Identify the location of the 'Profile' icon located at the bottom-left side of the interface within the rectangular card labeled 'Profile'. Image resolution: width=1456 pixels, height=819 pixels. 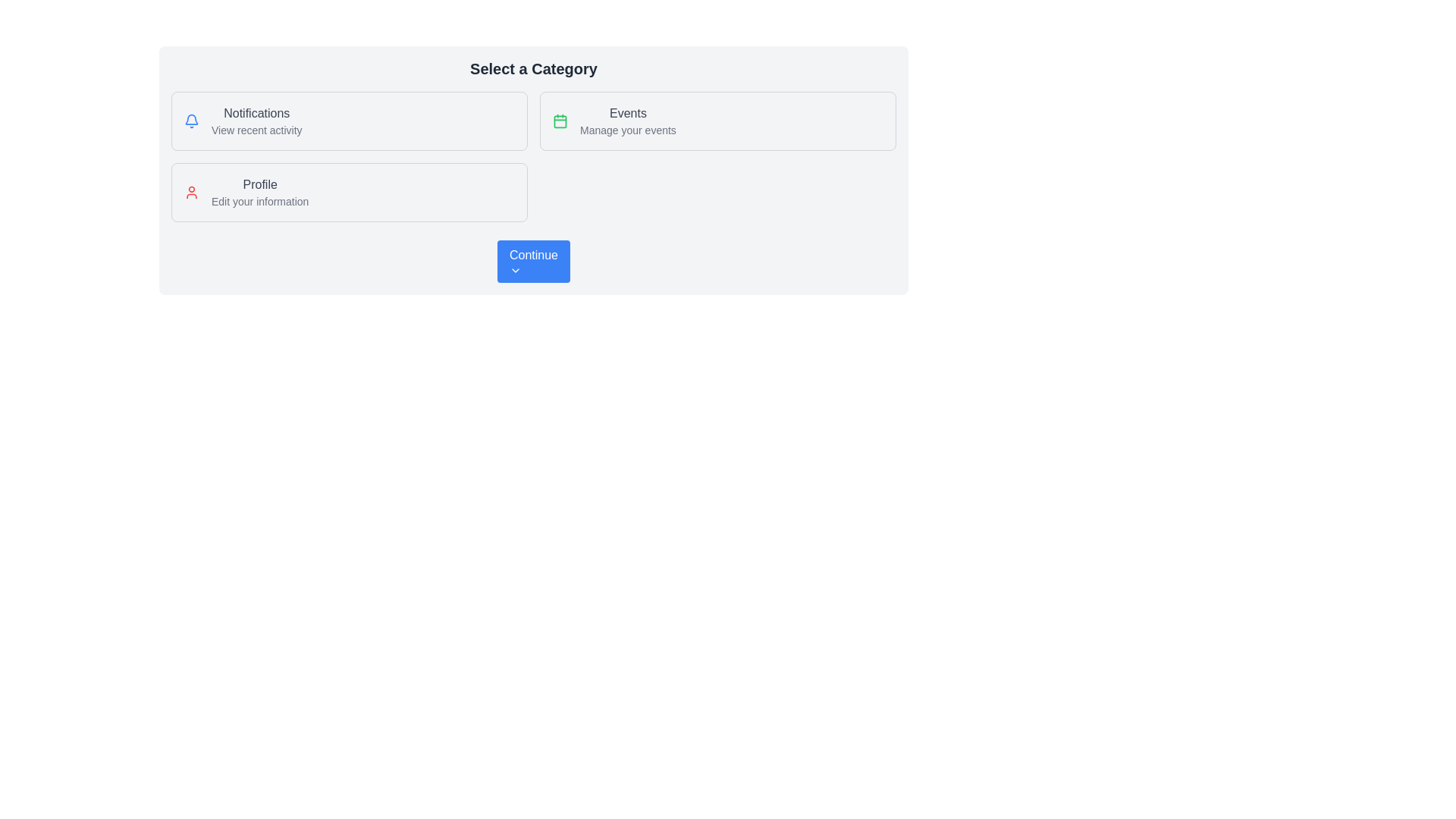
(191, 192).